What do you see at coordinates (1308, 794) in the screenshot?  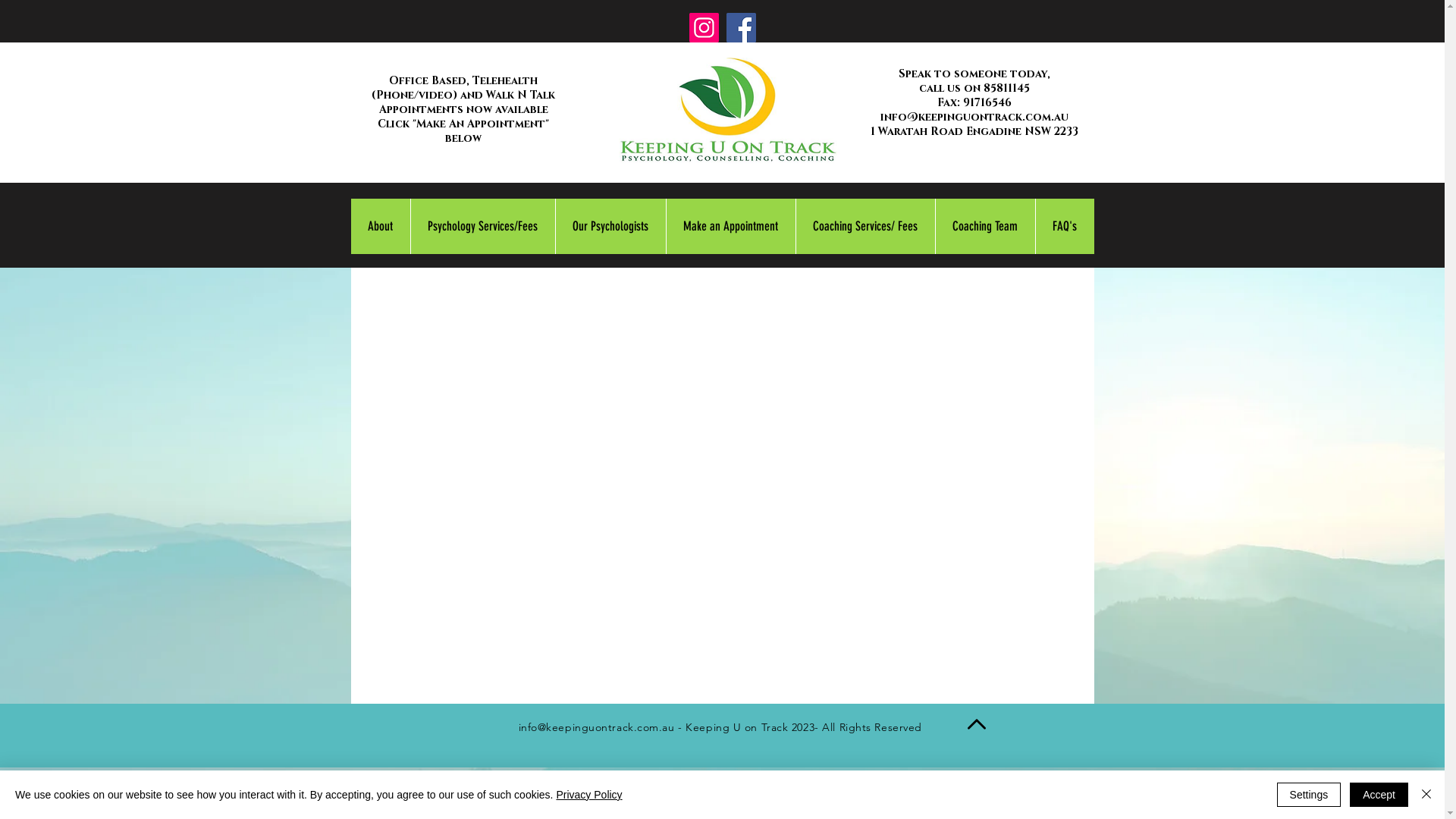 I see `'Settings'` at bounding box center [1308, 794].